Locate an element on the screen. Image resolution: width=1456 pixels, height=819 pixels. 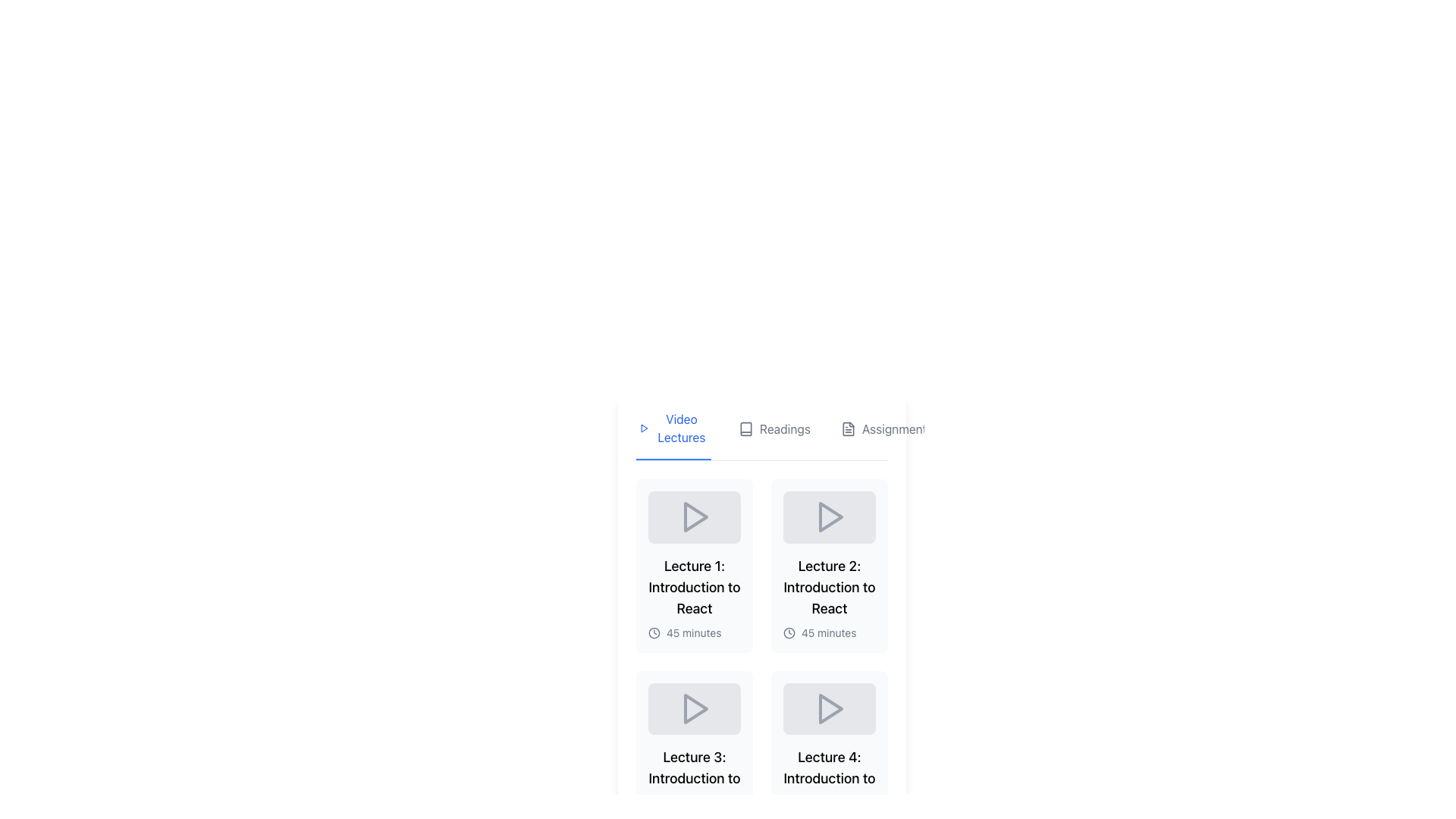
the play icon button located in the fourth item of the grid for 'Lecture 4: Introduction to React' is located at coordinates (829, 708).